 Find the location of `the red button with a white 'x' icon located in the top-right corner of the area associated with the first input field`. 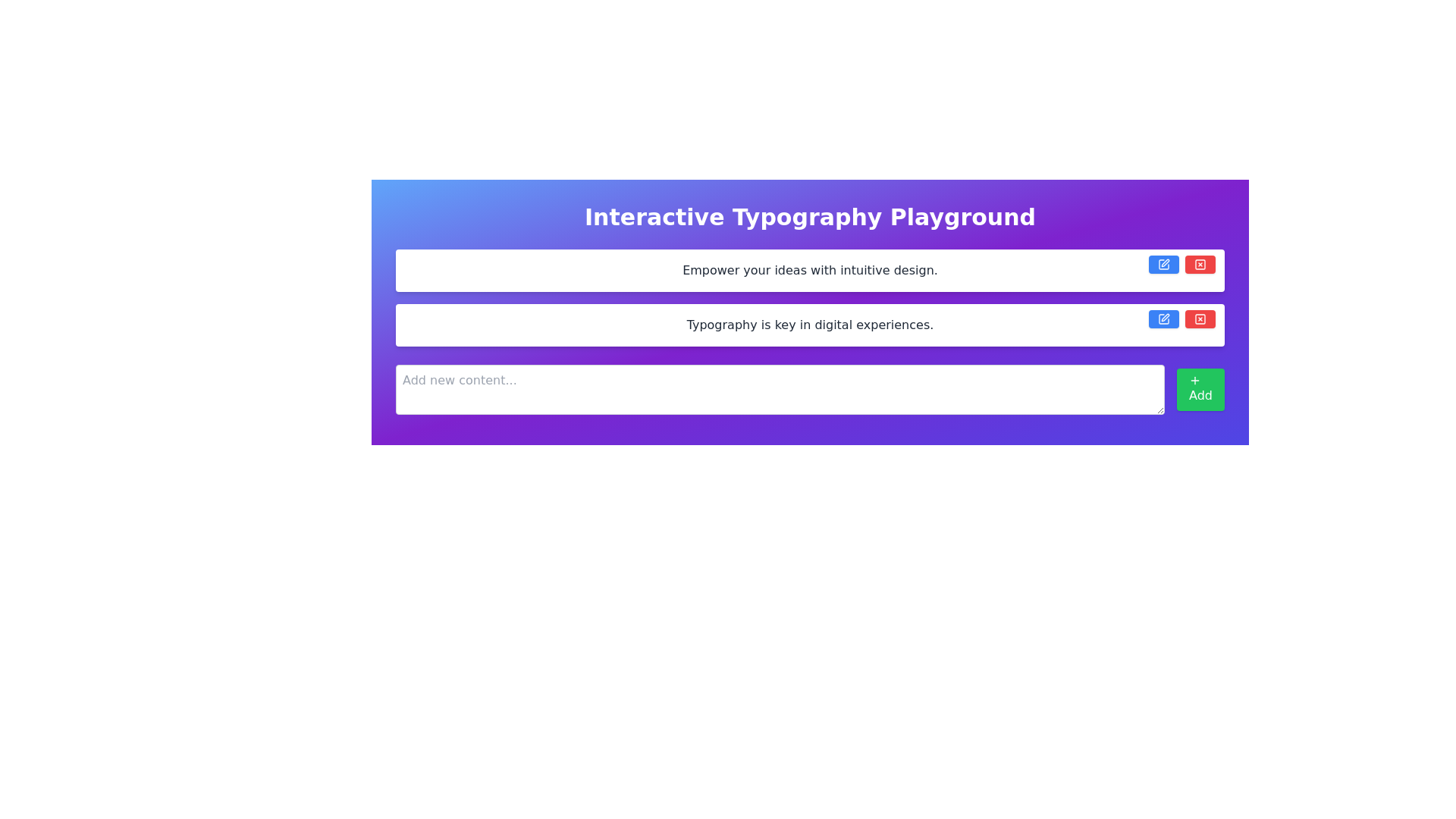

the red button with a white 'x' icon located in the top-right corner of the area associated with the first input field is located at coordinates (1200, 263).